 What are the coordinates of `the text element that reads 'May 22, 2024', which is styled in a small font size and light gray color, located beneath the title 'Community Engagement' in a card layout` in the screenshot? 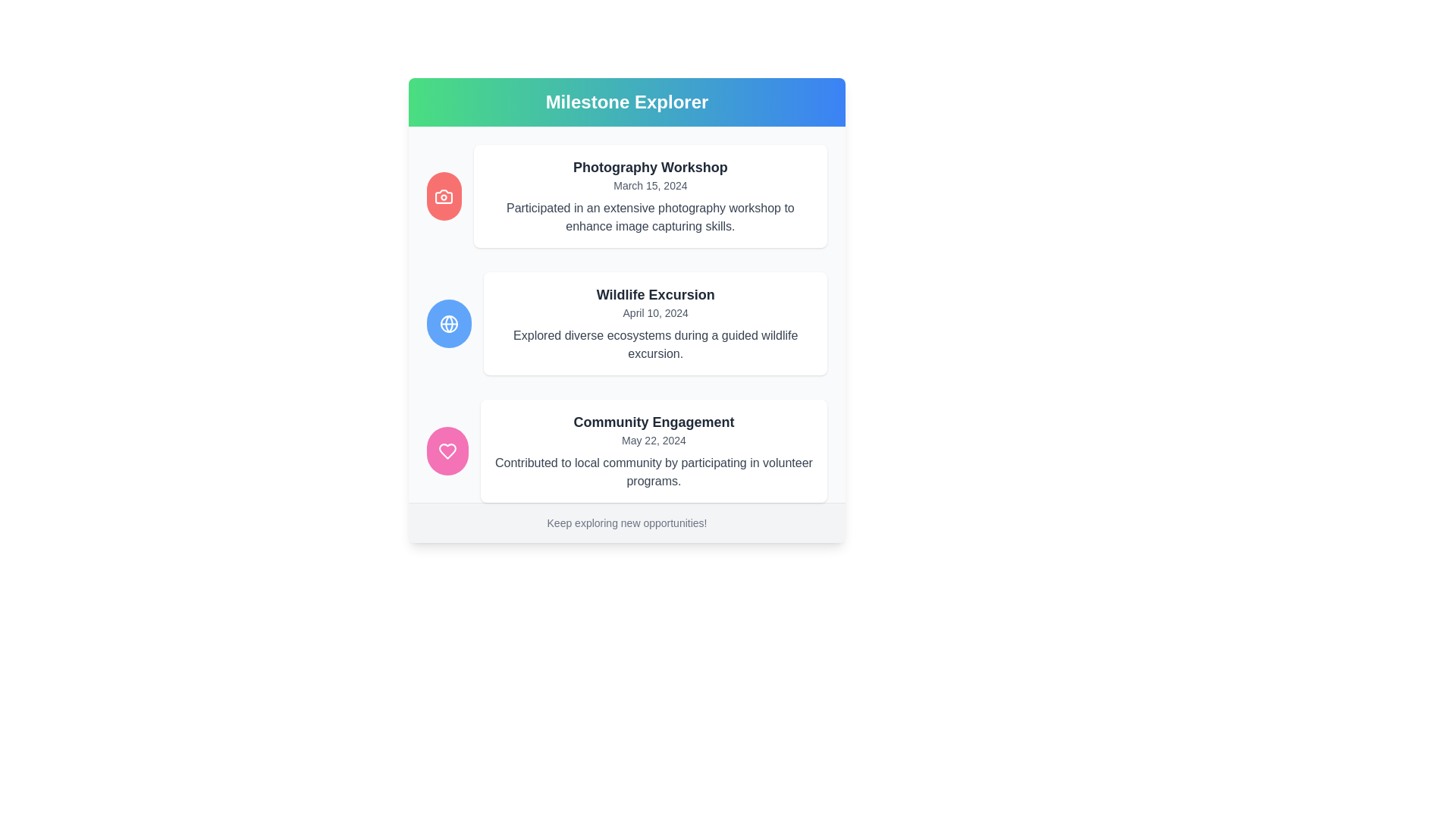 It's located at (654, 441).